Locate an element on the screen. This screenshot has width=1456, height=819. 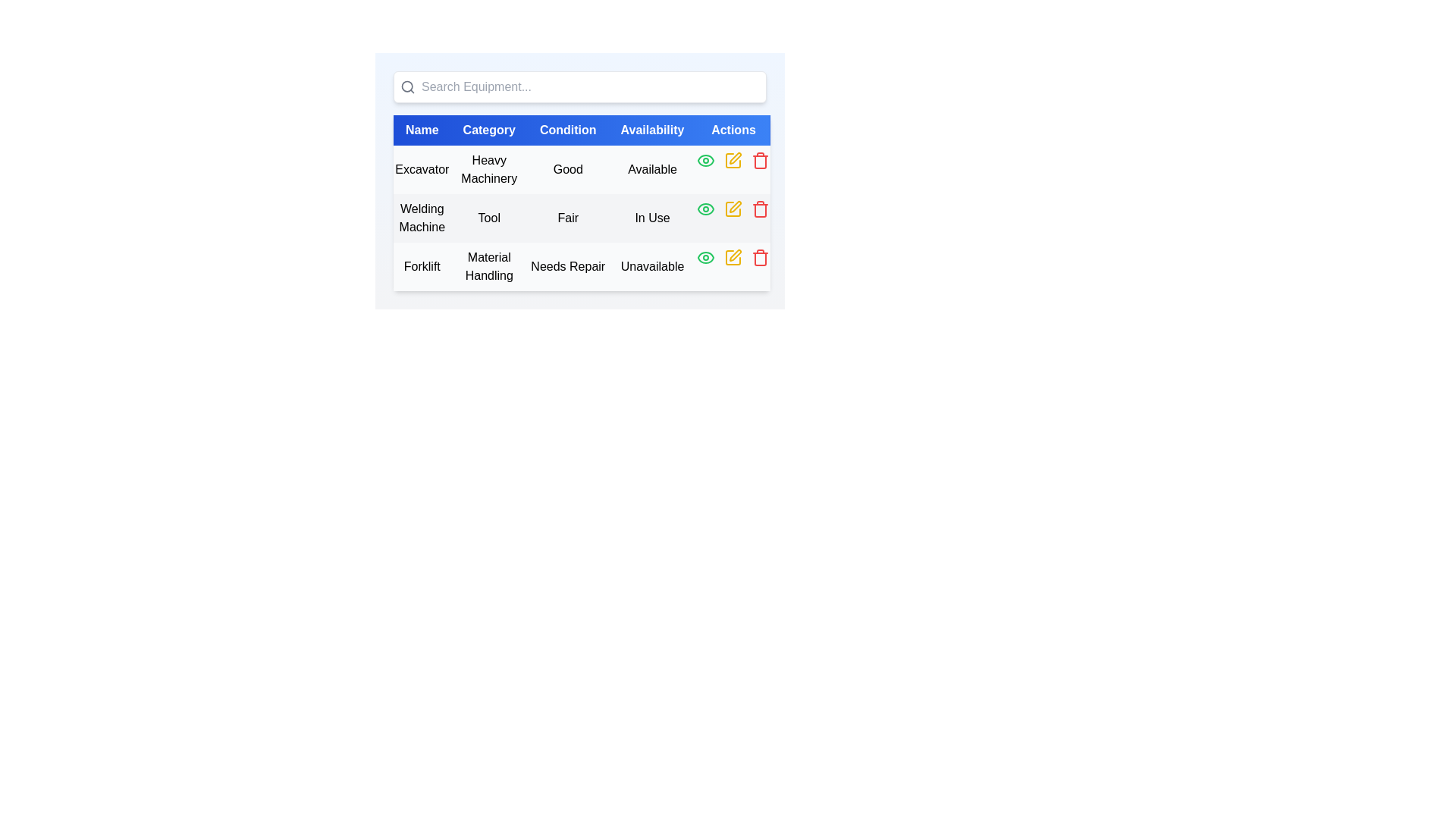
the first row of the table displaying equipment item details is located at coordinates (581, 169).